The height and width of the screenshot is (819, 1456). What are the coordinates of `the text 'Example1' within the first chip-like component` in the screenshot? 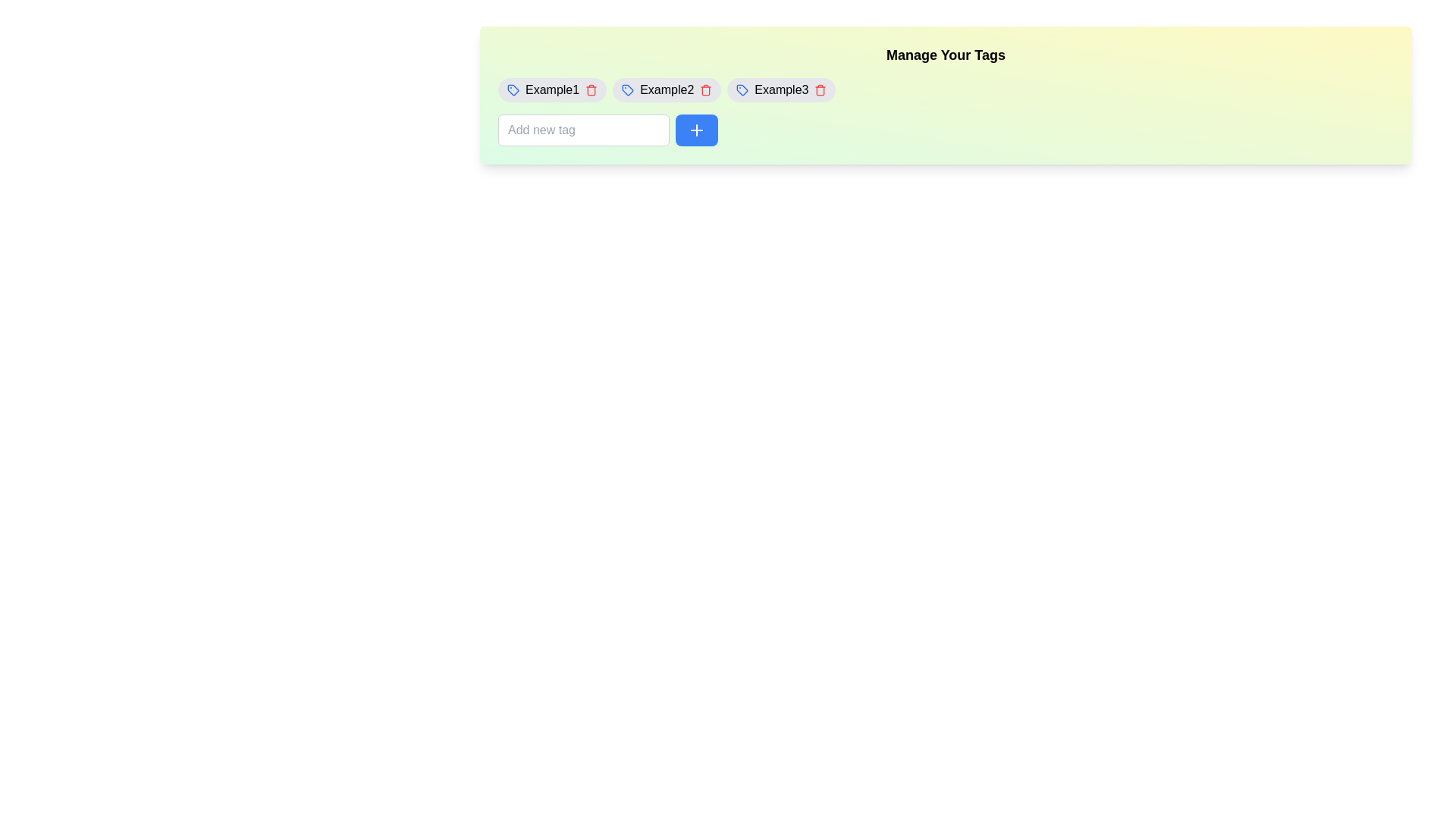 It's located at (551, 90).